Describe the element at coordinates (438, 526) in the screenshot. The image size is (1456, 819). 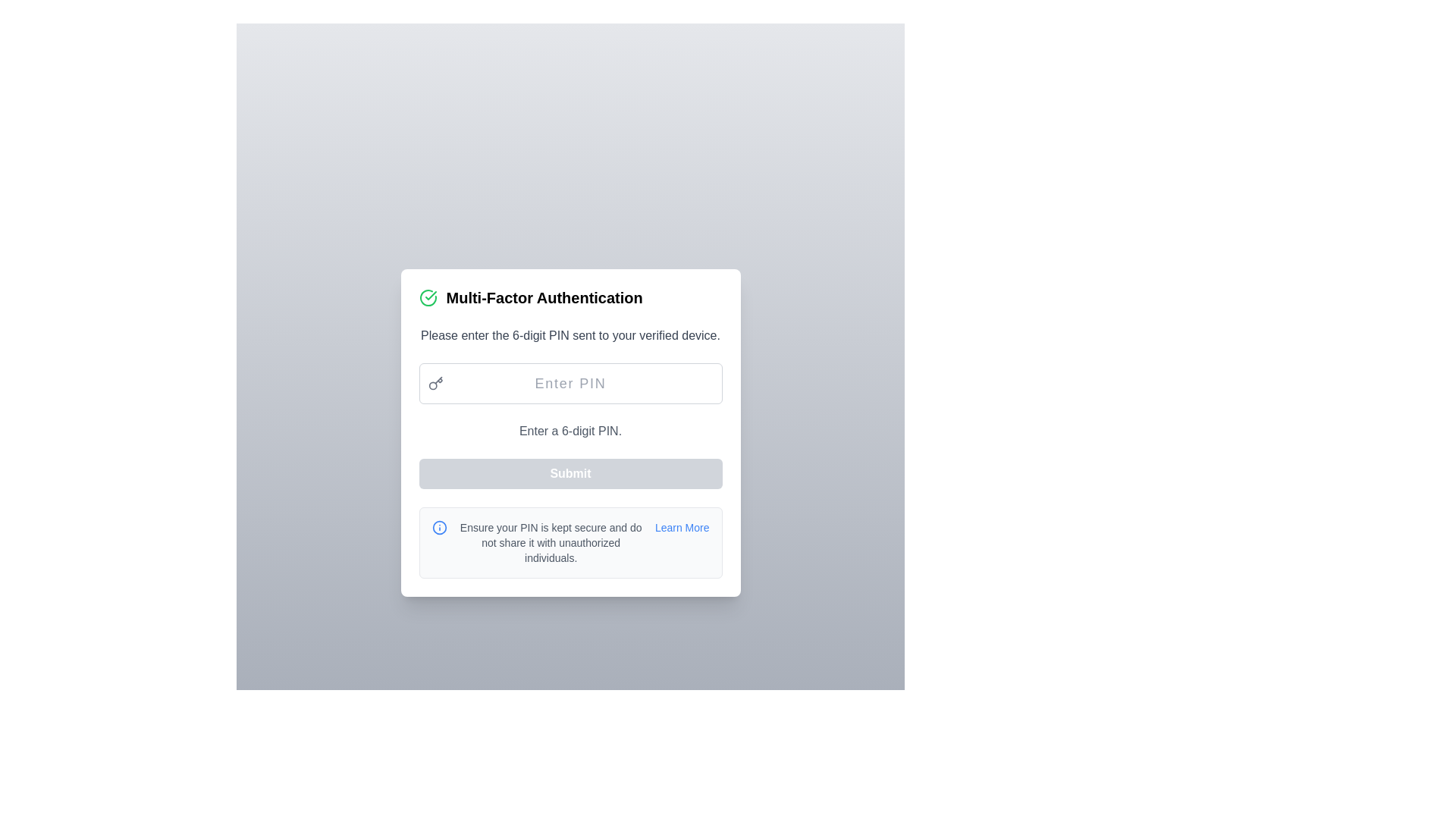
I see `the graphical circle element, which is part of the SVG icon located at the top-left corner of the authentication form section` at that location.